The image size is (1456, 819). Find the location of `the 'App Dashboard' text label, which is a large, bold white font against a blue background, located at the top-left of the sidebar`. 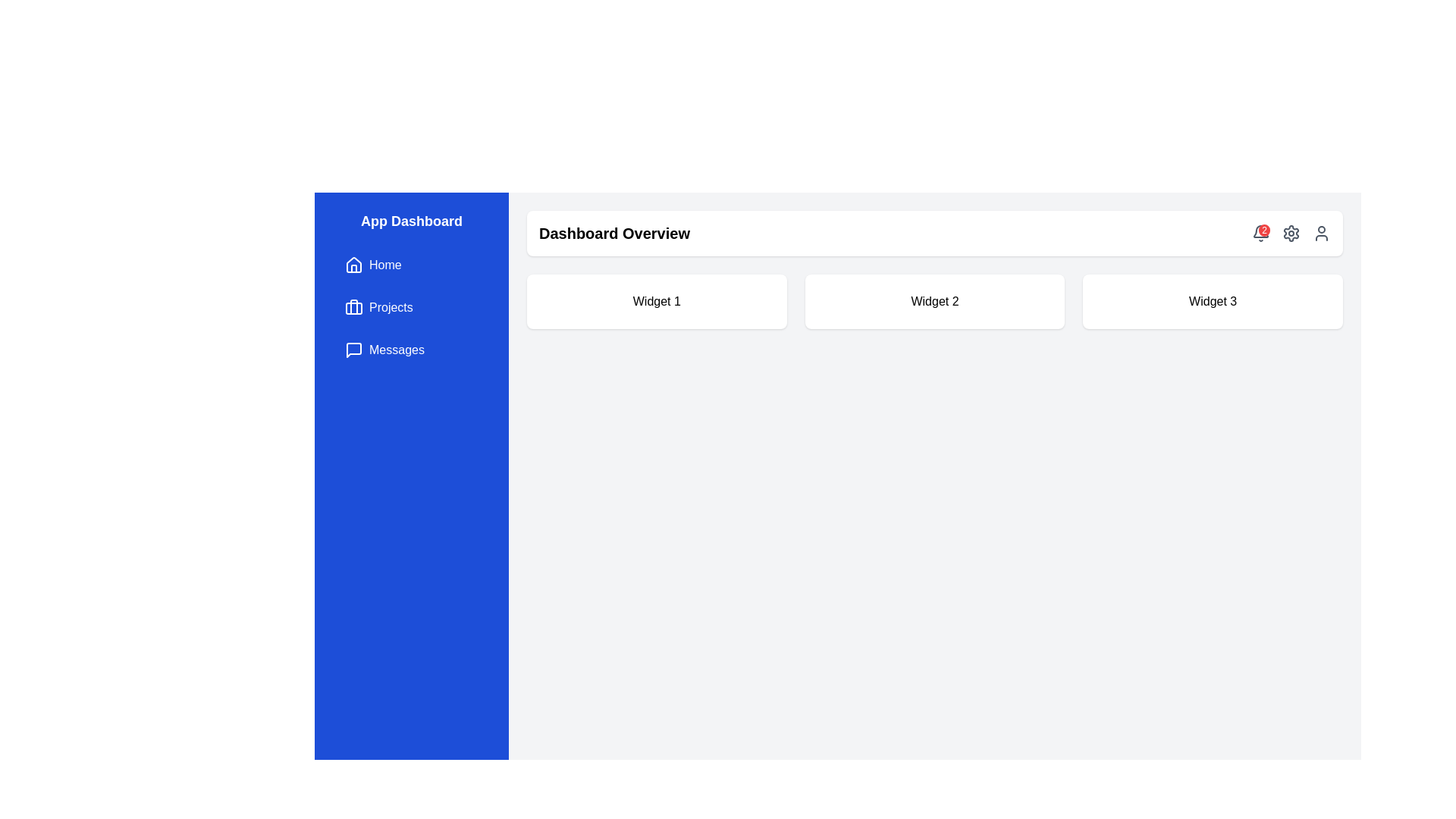

the 'App Dashboard' text label, which is a large, bold white font against a blue background, located at the top-left of the sidebar is located at coordinates (411, 221).